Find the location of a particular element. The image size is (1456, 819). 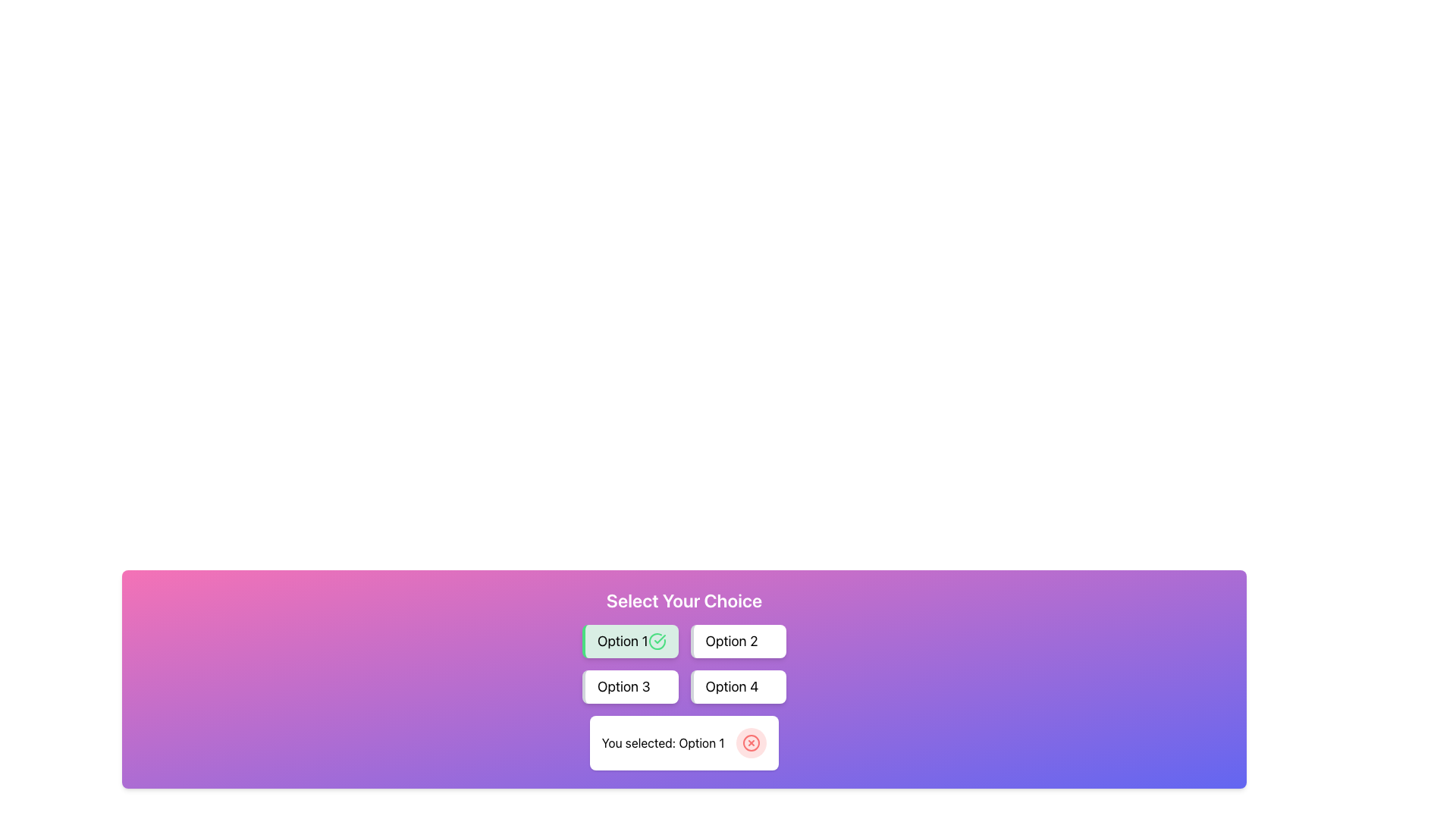

the text label displaying 'Select Your Choice', which is prominently positioned at the top of the gradient background section is located at coordinates (683, 599).